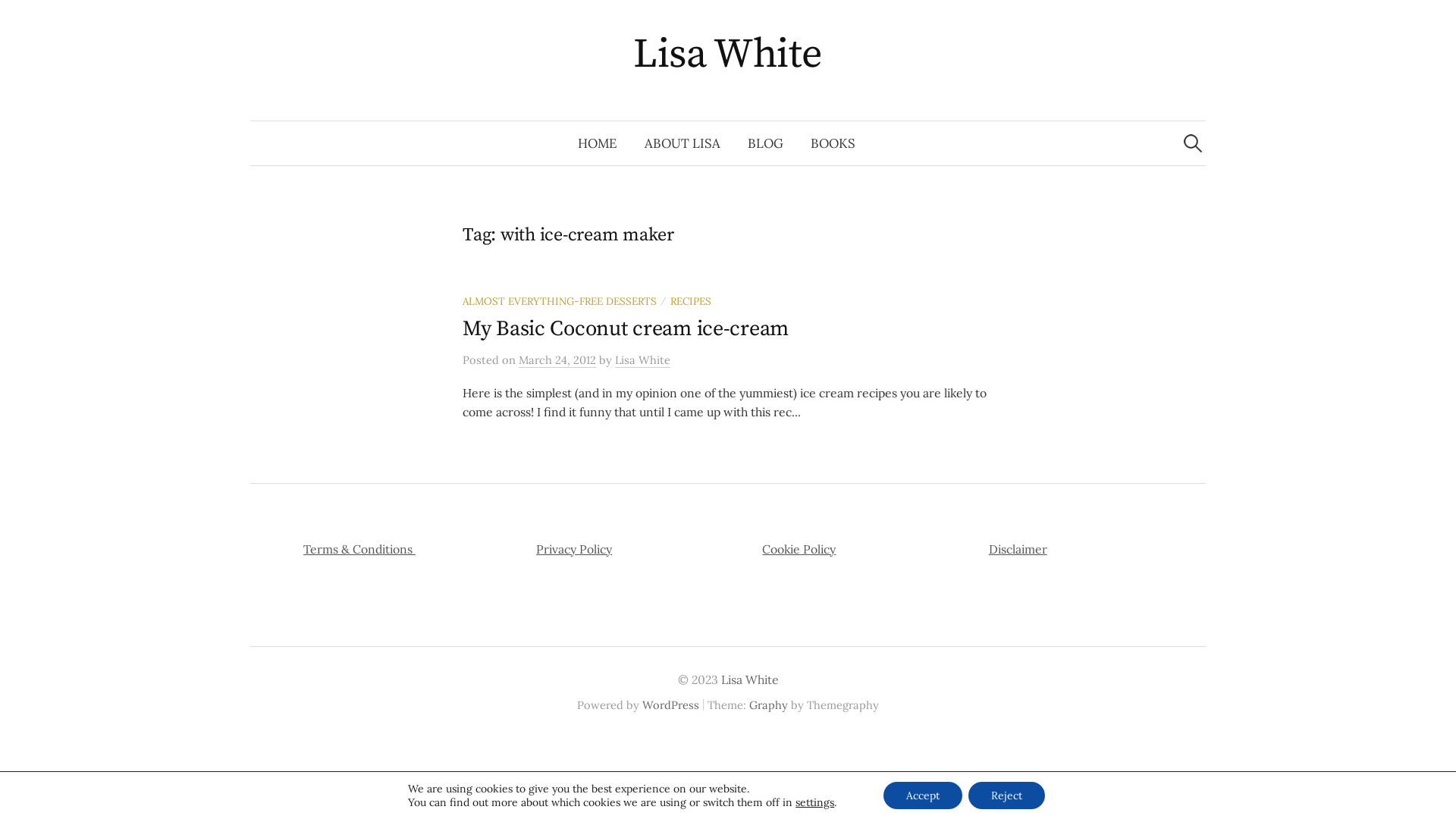 Image resolution: width=1456 pixels, height=819 pixels. I want to click on 'HOME', so click(596, 143).